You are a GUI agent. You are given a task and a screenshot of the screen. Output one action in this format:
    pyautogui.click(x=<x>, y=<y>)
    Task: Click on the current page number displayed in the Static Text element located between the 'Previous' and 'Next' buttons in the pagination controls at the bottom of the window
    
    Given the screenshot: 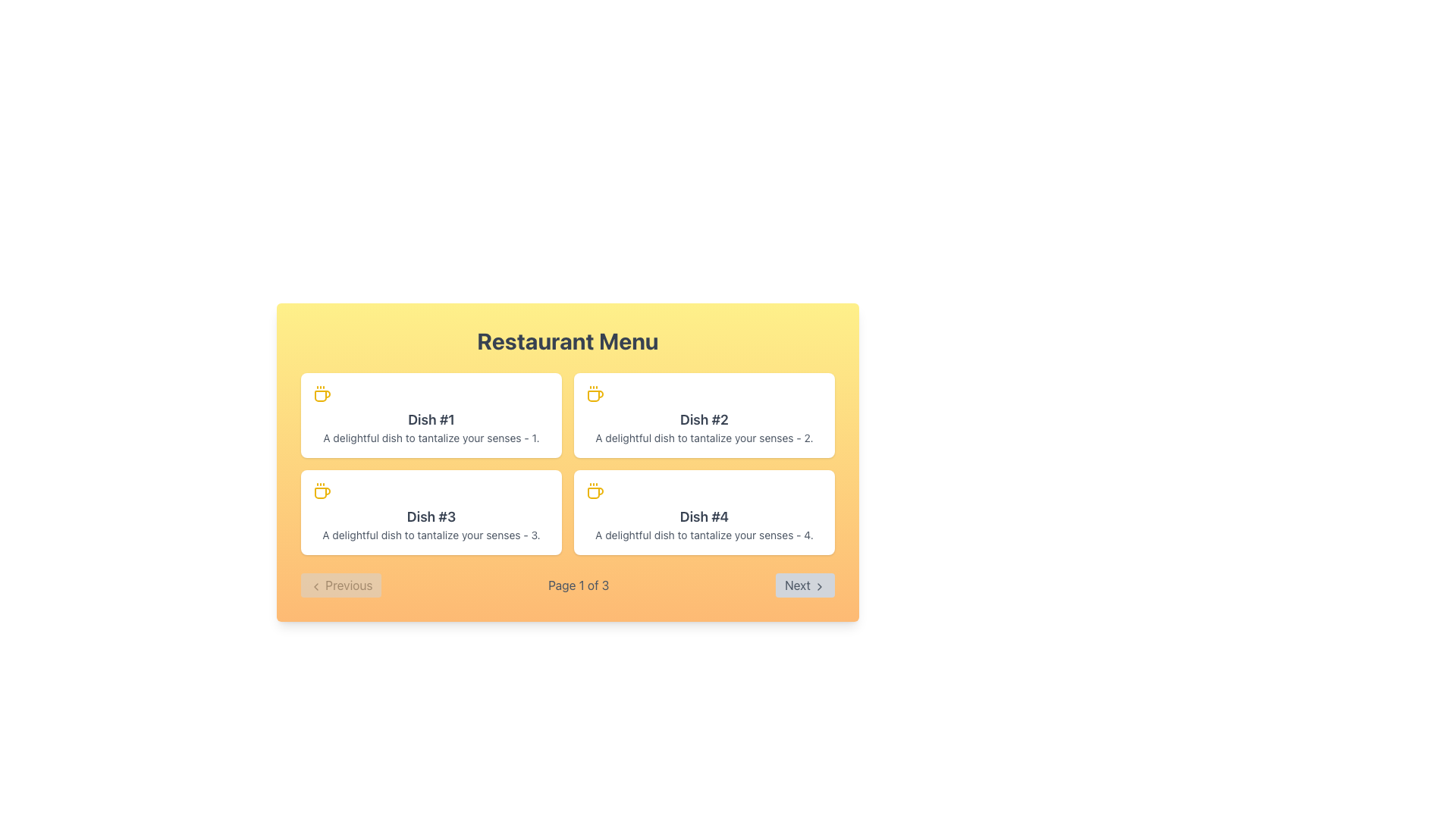 What is the action you would take?
    pyautogui.click(x=578, y=584)
    